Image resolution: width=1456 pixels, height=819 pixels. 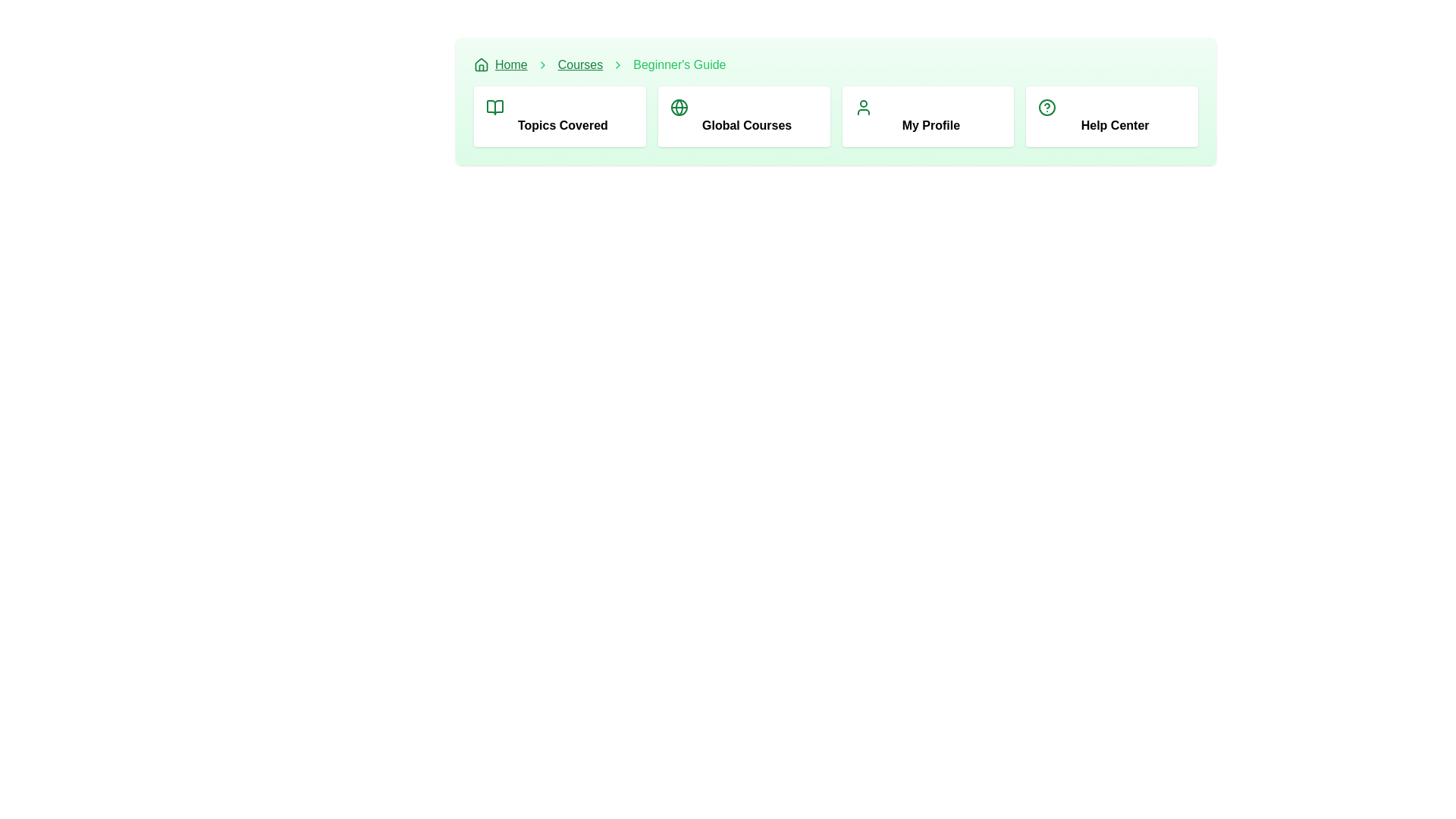 I want to click on the third button in the top-center section of the interface, so click(x=927, y=116).